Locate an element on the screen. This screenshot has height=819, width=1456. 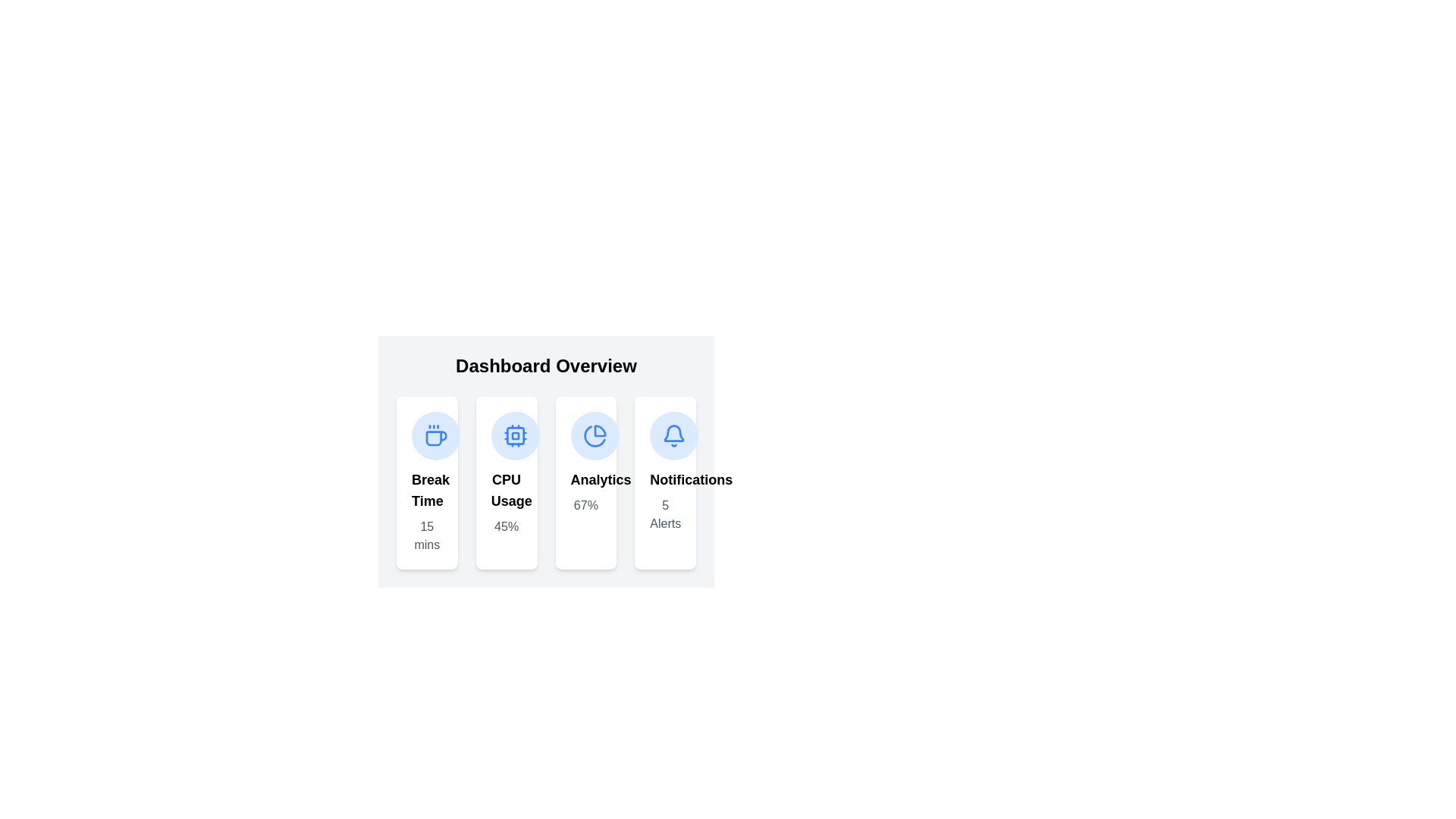
text label displaying '5 Alerts' located within the 'Notifications' card component, positioned beneath the title 'Notifications' is located at coordinates (665, 513).